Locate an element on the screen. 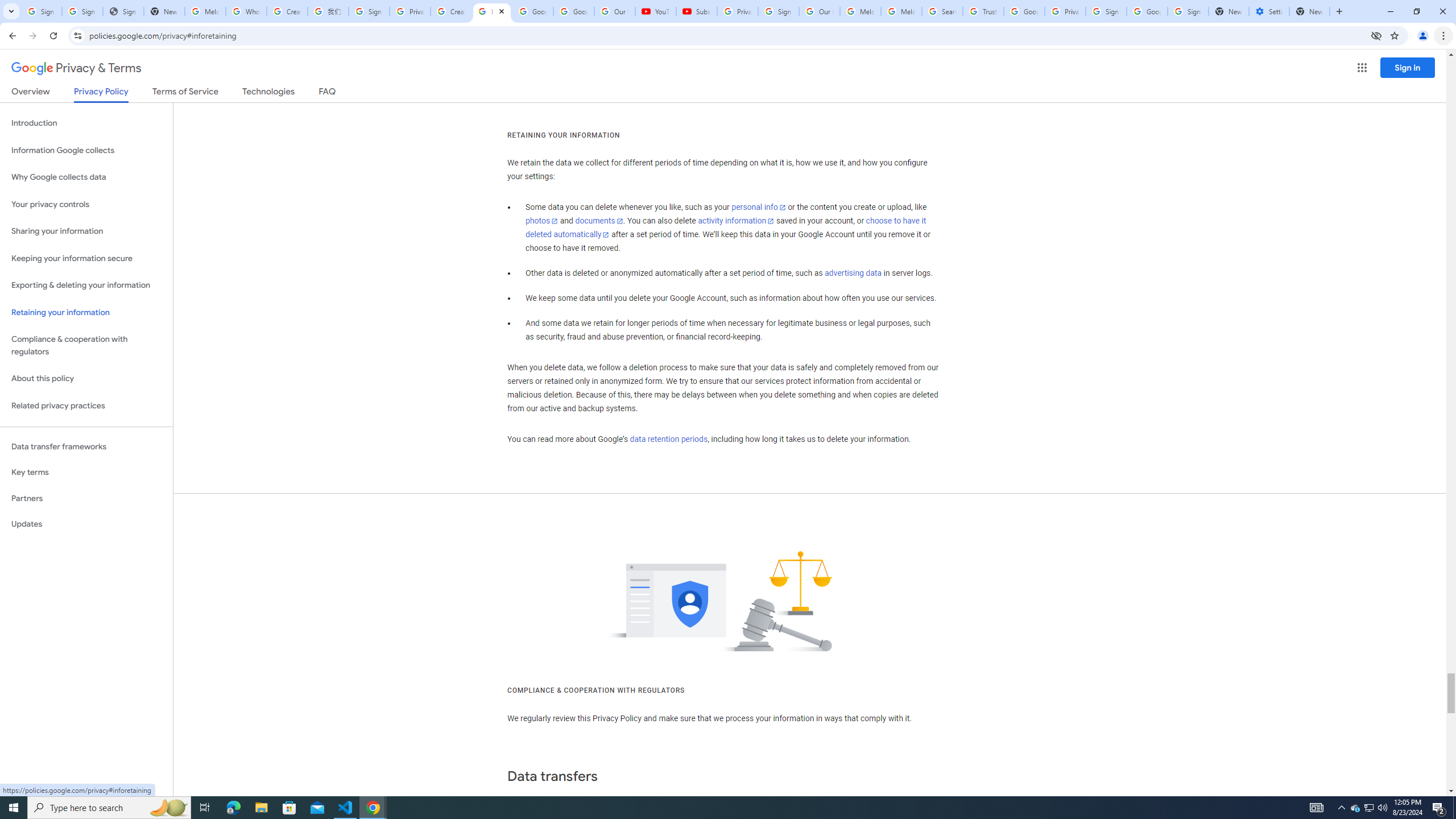 The image size is (1456, 819). 'FAQ' is located at coordinates (327, 93).